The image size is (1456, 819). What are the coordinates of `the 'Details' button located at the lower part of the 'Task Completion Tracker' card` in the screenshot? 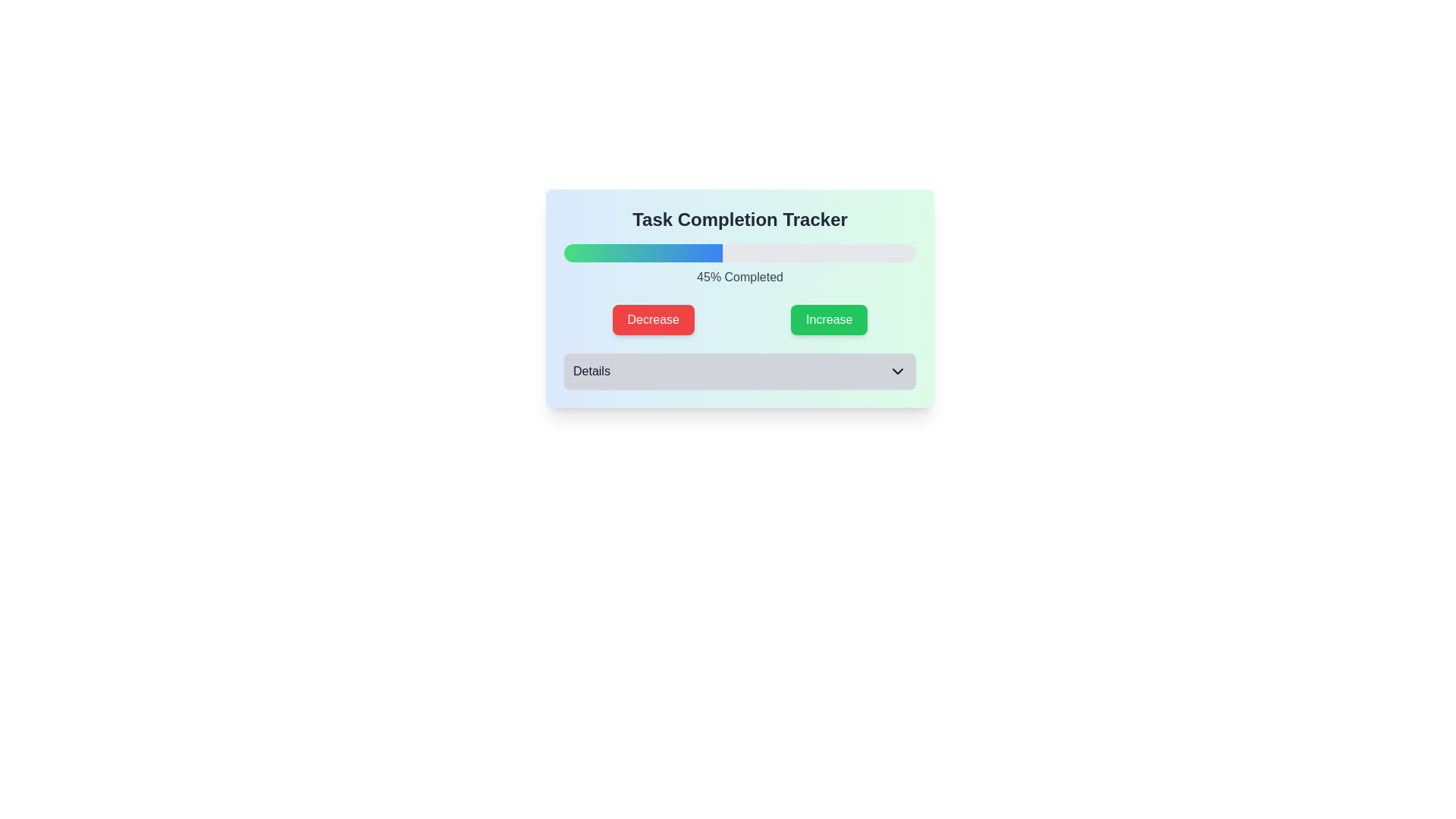 It's located at (739, 371).